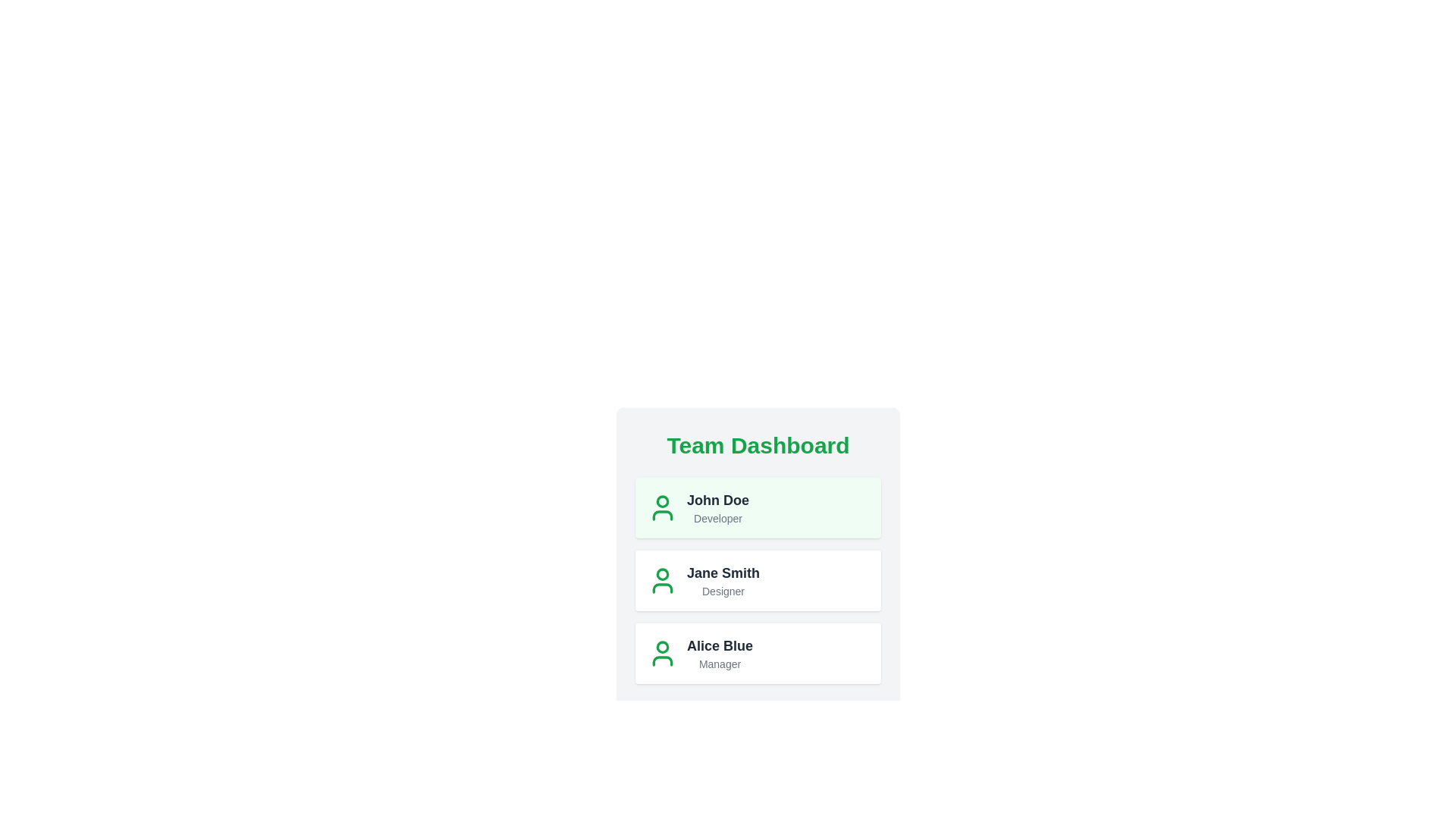 The height and width of the screenshot is (819, 1456). What do you see at coordinates (723, 580) in the screenshot?
I see `the Text Label displaying the name and role of the second user in the 'Team Dashboard' list, located between 'John Doe - Developer' and 'Alice Blue - Manager'` at bounding box center [723, 580].